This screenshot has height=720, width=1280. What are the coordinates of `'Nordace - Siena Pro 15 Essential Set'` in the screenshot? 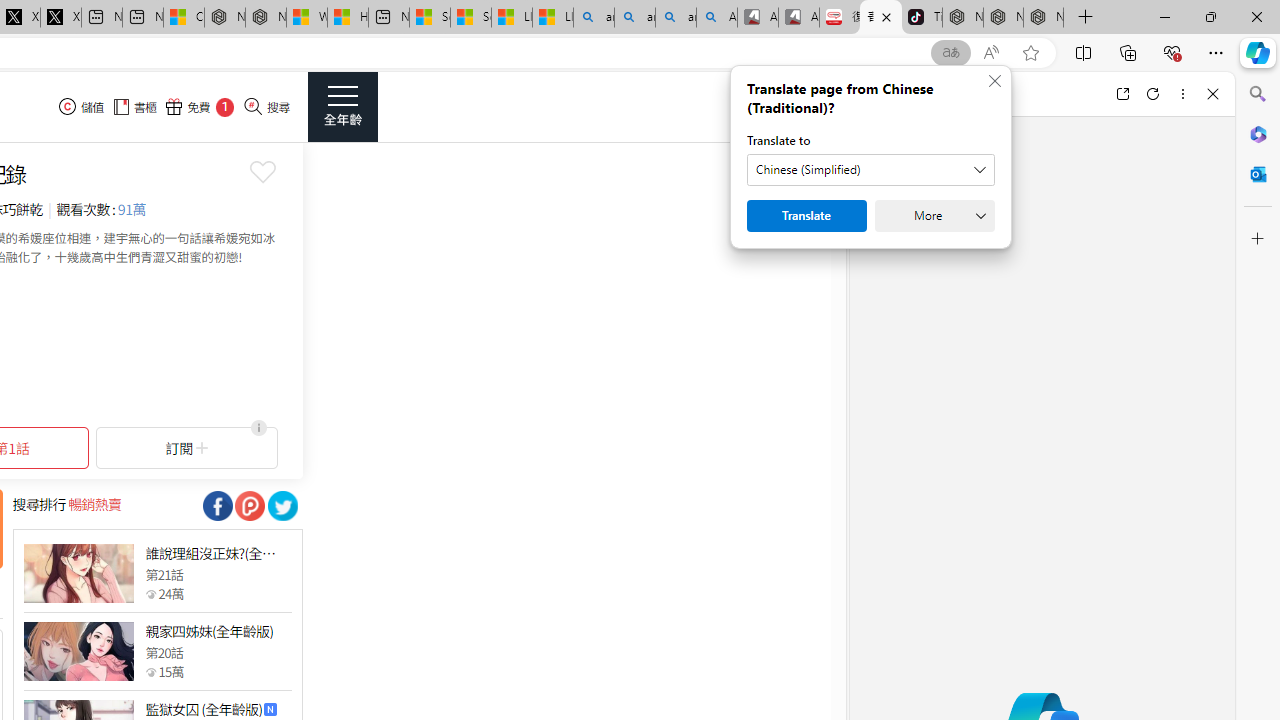 It's located at (1042, 17).